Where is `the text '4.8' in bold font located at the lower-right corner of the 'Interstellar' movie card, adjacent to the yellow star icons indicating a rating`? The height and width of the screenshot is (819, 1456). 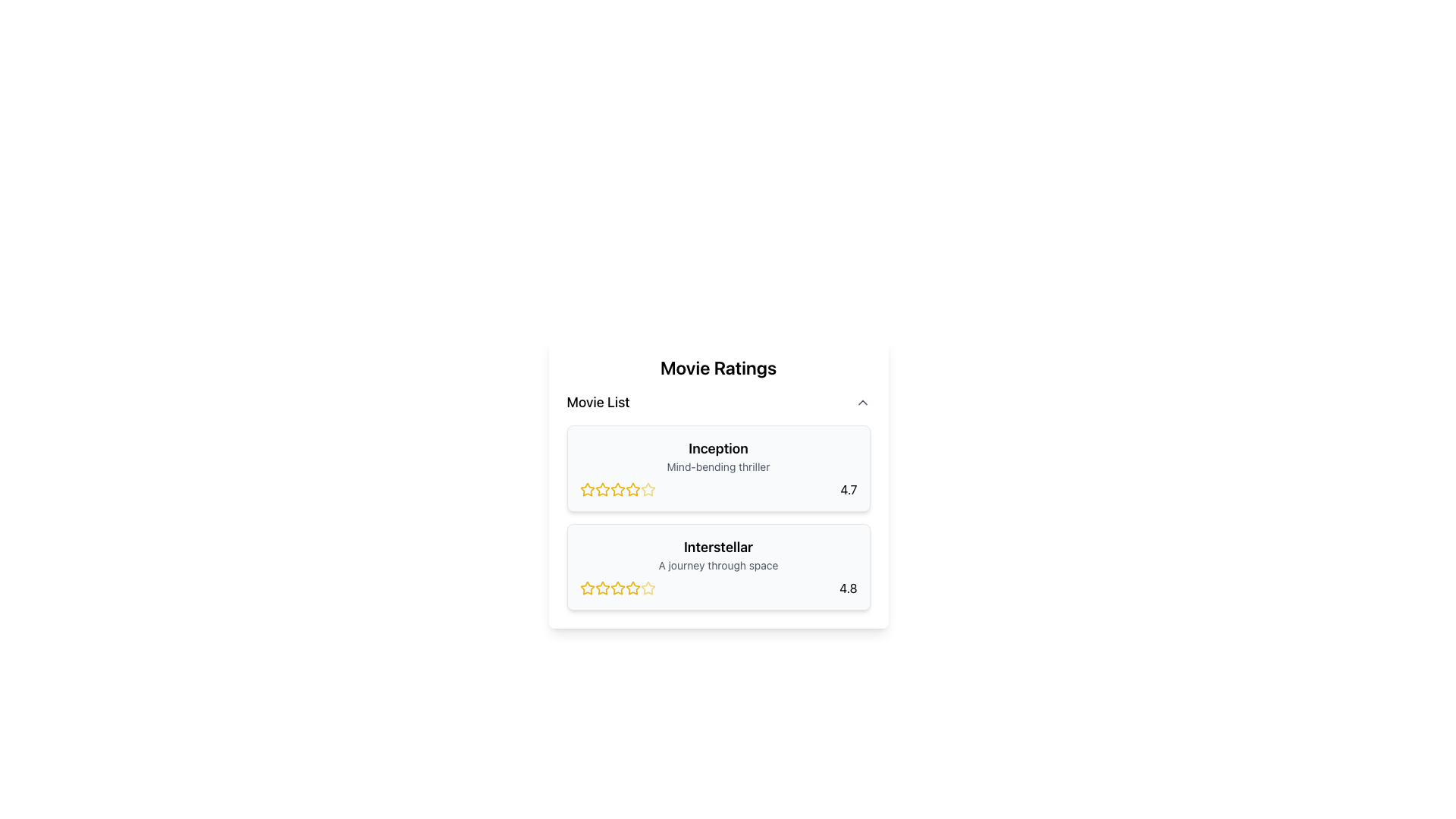 the text '4.8' in bold font located at the lower-right corner of the 'Interstellar' movie card, adjacent to the yellow star icons indicating a rating is located at coordinates (847, 587).